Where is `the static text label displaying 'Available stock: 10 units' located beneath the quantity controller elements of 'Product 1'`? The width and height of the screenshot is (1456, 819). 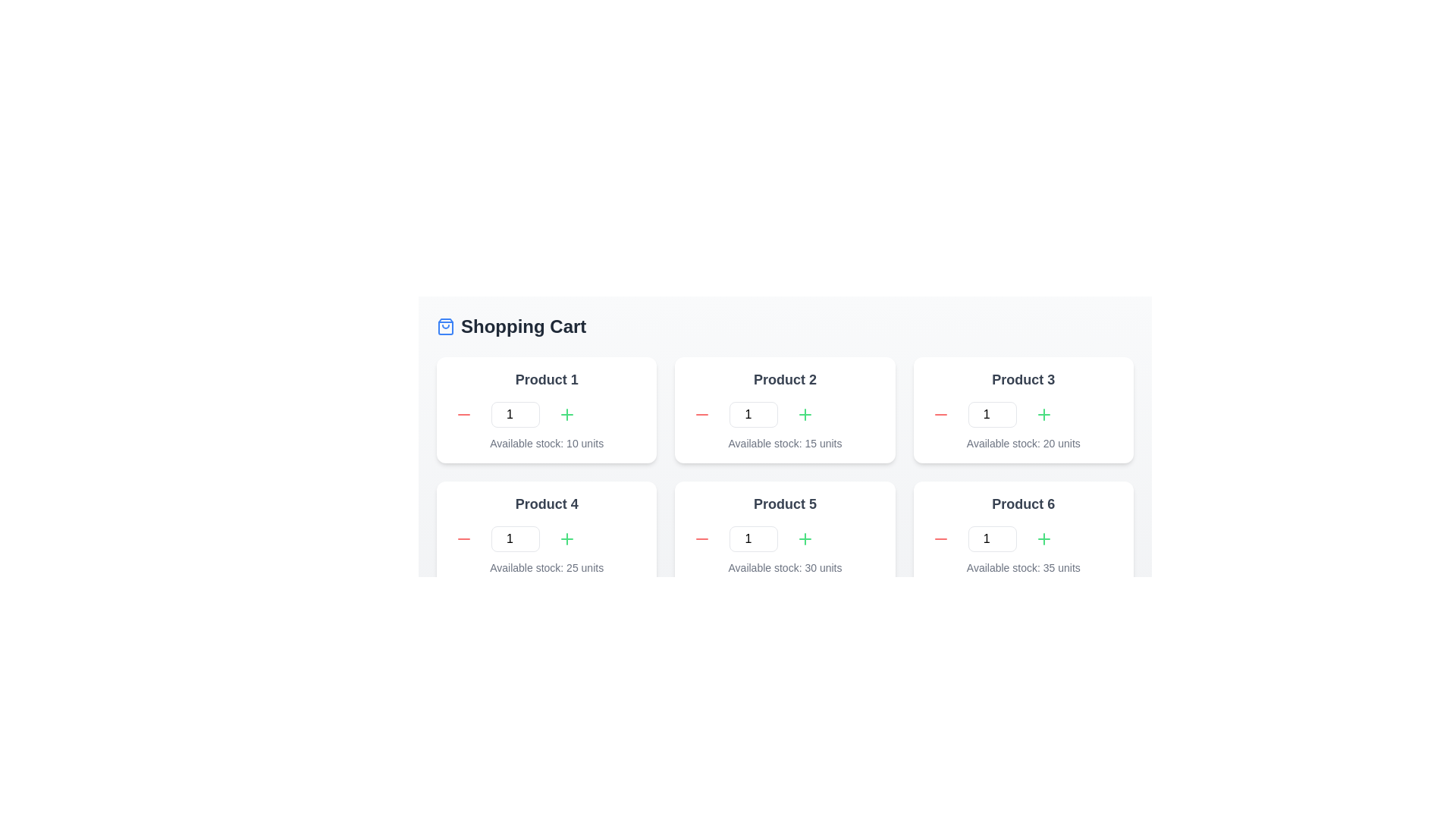 the static text label displaying 'Available stock: 10 units' located beneath the quantity controller elements of 'Product 1' is located at coordinates (546, 444).